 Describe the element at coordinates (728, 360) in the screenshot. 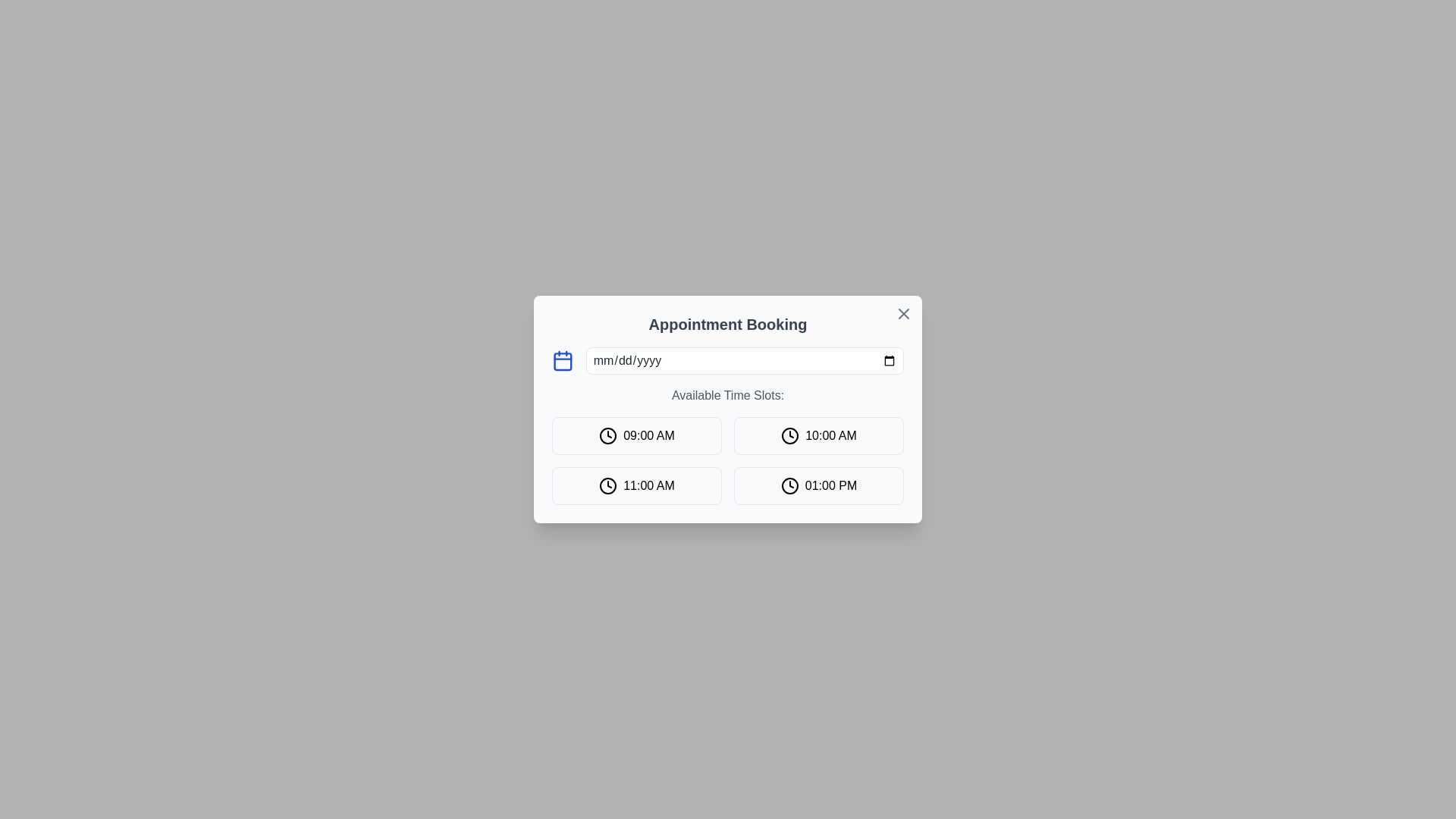

I see `the Date input field located below the 'Appointment Booking' title` at that location.